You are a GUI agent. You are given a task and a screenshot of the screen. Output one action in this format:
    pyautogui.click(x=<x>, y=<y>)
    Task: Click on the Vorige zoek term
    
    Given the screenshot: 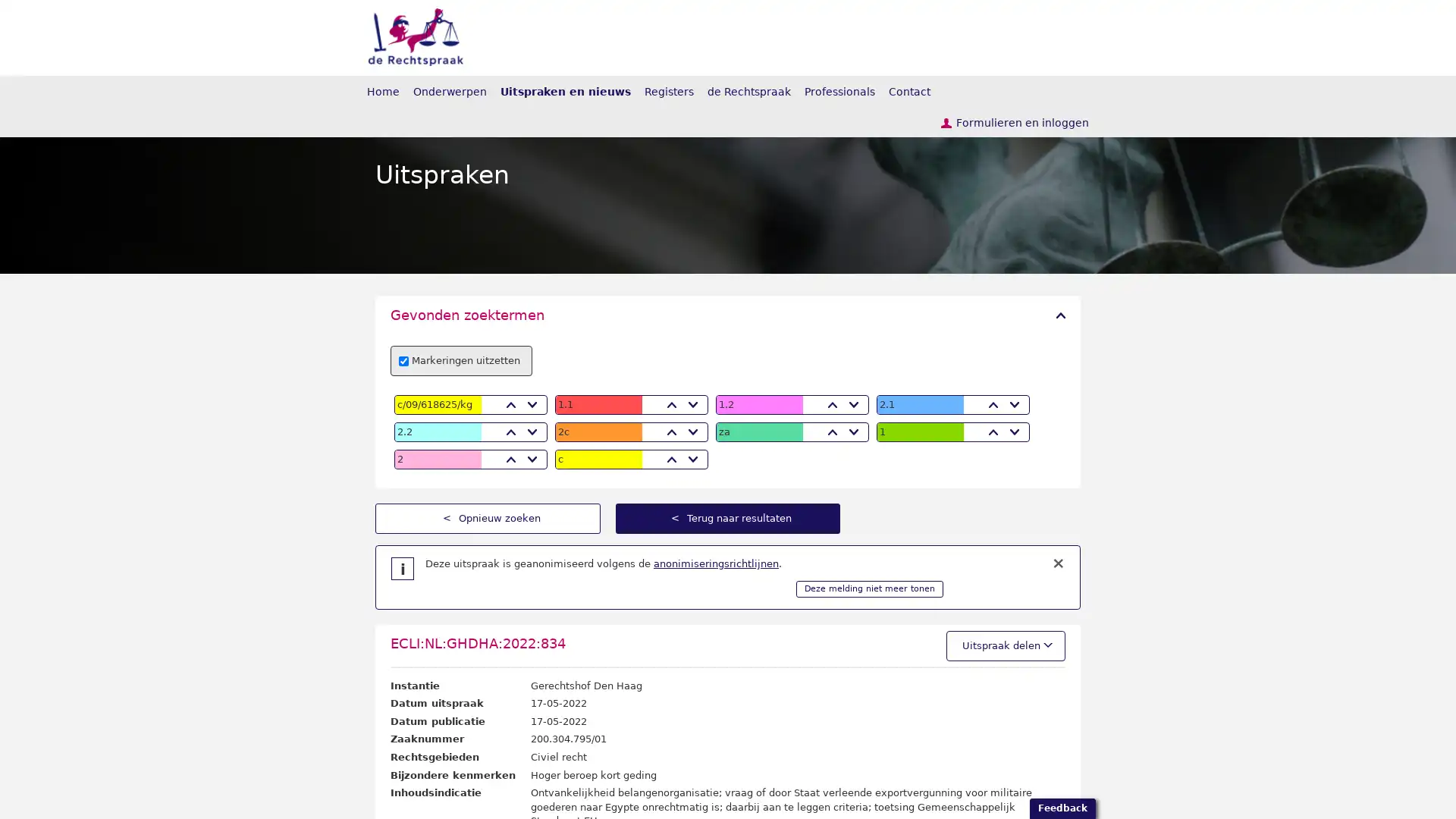 What is the action you would take?
    pyautogui.click(x=993, y=403)
    